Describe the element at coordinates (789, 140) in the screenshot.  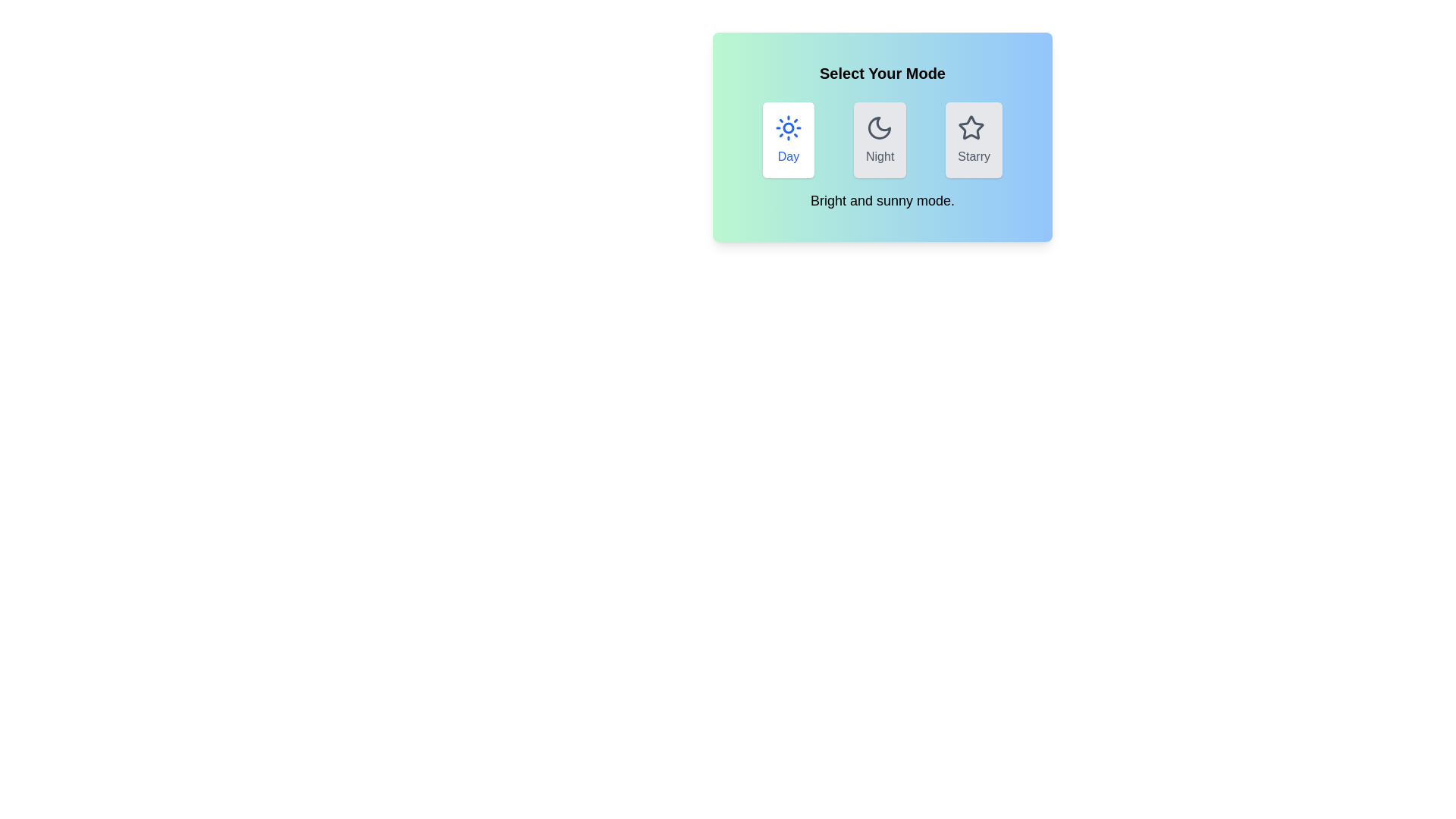
I see `the mode by clicking on the button labeled Day` at that location.